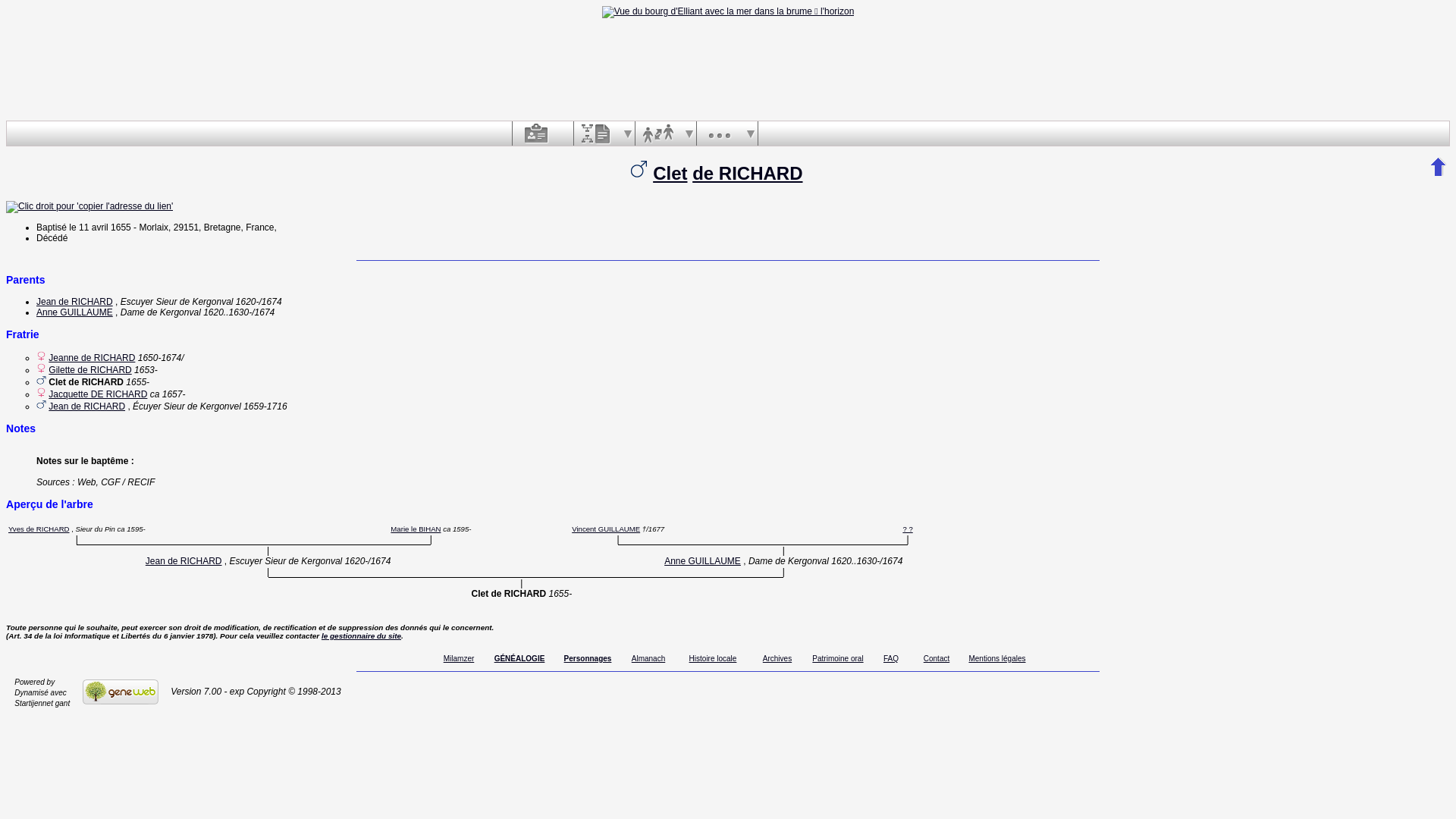  Describe the element at coordinates (458, 657) in the screenshot. I see `'Milamzer'` at that location.